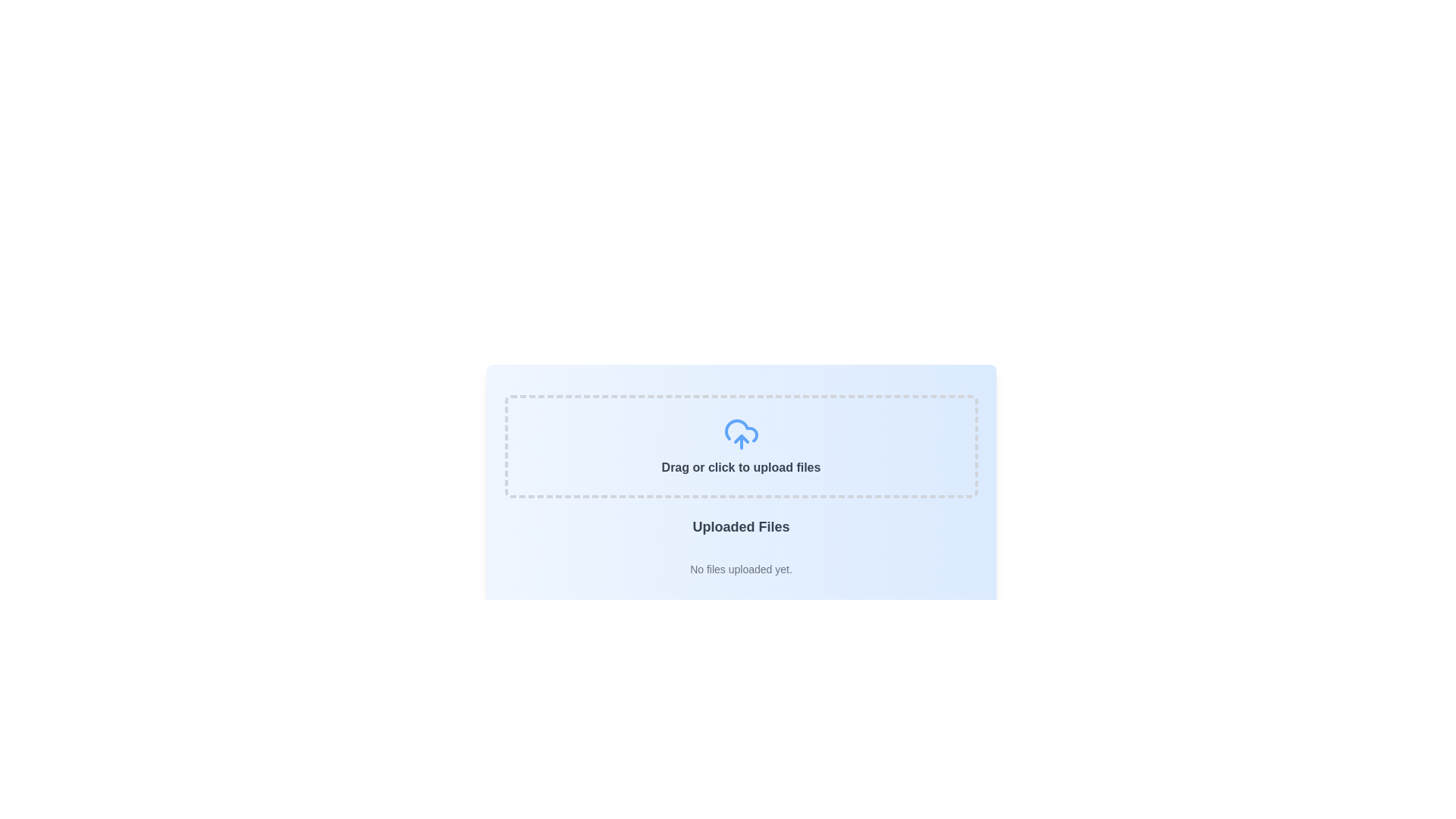 The height and width of the screenshot is (819, 1456). Describe the element at coordinates (741, 435) in the screenshot. I see `the upload icon located centrally above the text 'Drag or click to upload files' to initiate the upload process` at that location.